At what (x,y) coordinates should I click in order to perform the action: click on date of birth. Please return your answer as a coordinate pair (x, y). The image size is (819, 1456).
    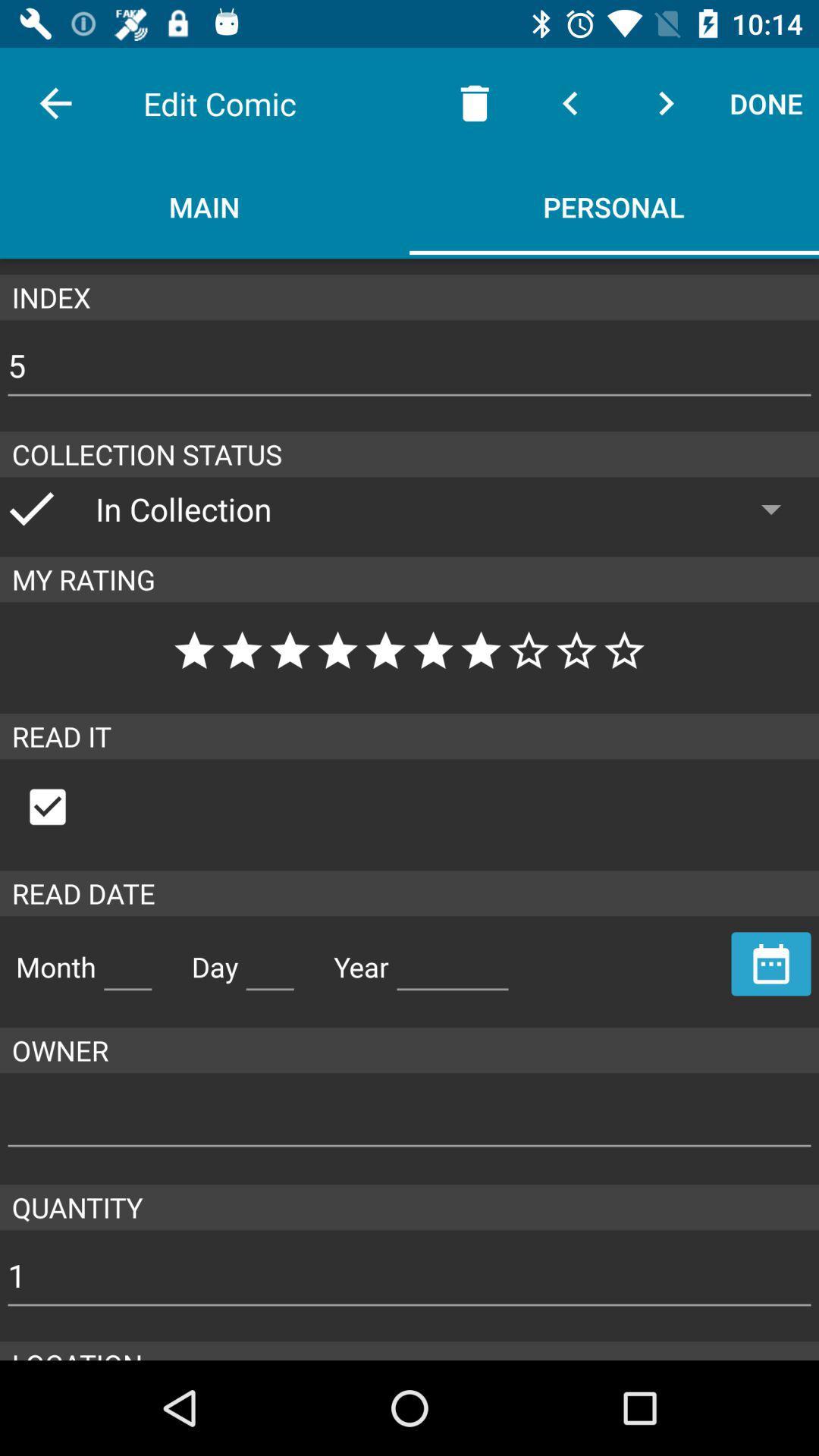
    Looking at the image, I should click on (269, 960).